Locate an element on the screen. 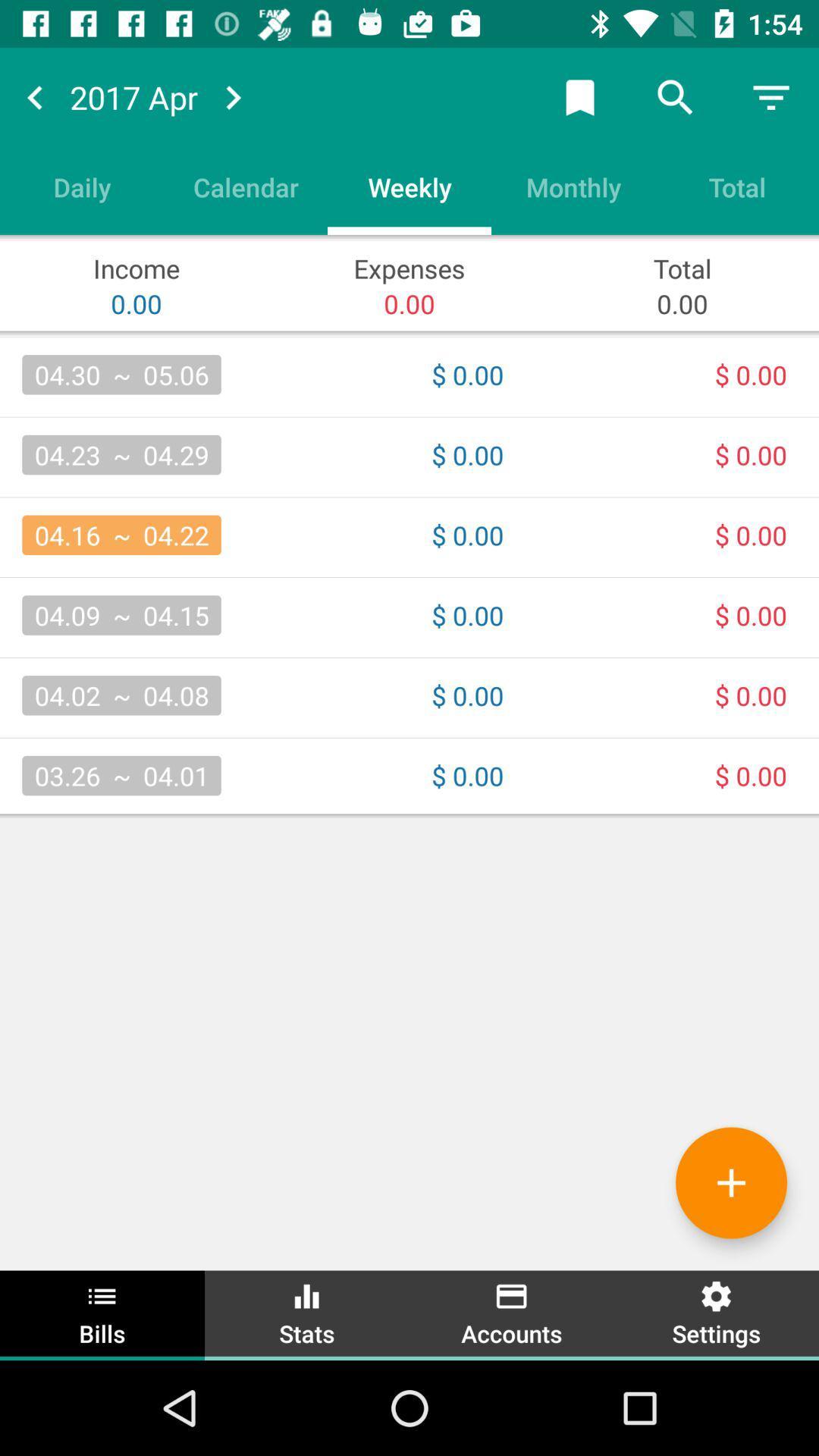 This screenshot has height=1456, width=819. the arrow_forward icon is located at coordinates (233, 96).